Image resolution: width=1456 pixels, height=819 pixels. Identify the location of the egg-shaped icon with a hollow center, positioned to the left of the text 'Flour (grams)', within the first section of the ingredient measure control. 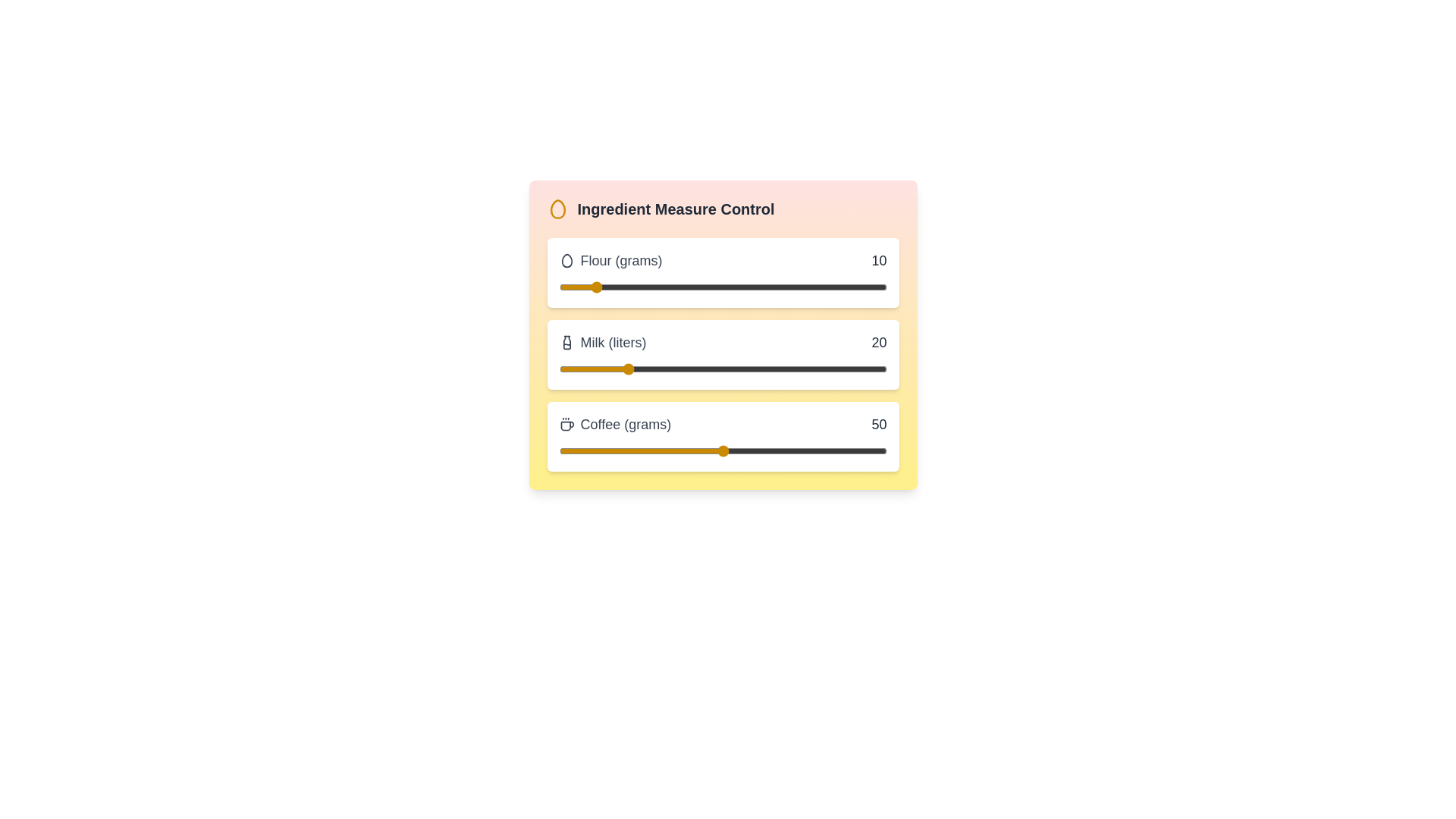
(566, 259).